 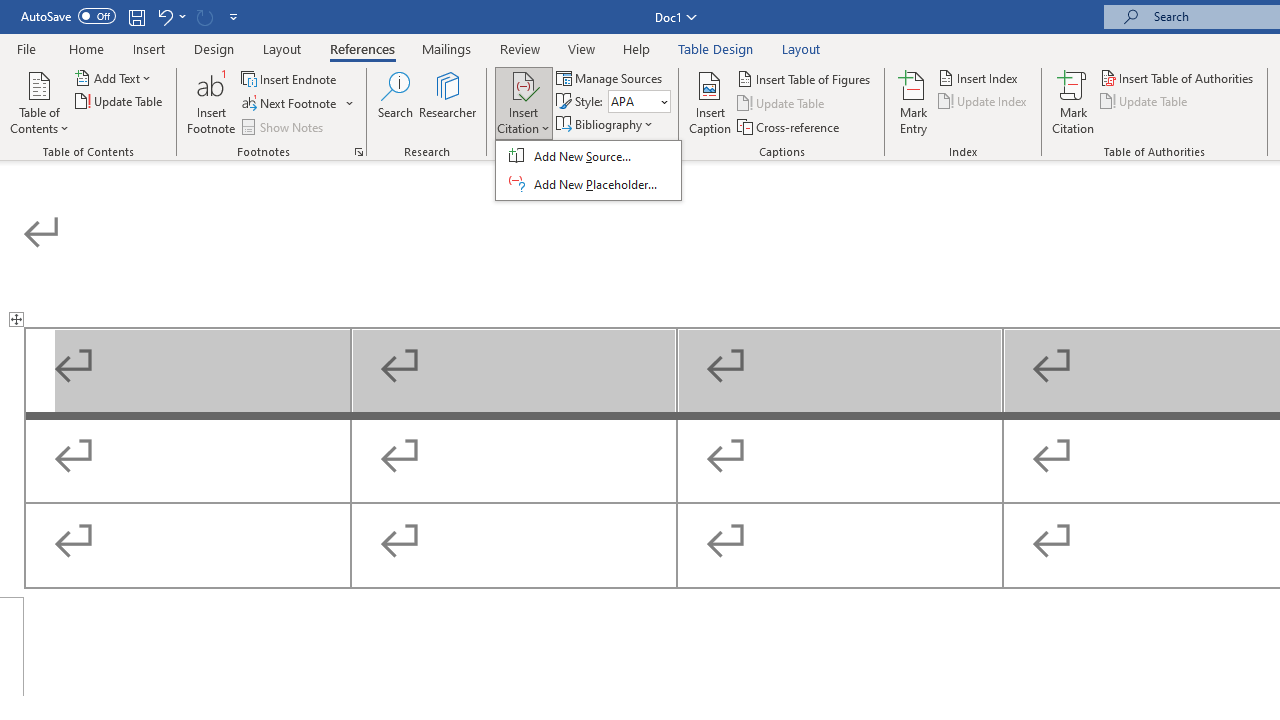 I want to click on 'Manage Sources...', so click(x=610, y=77).